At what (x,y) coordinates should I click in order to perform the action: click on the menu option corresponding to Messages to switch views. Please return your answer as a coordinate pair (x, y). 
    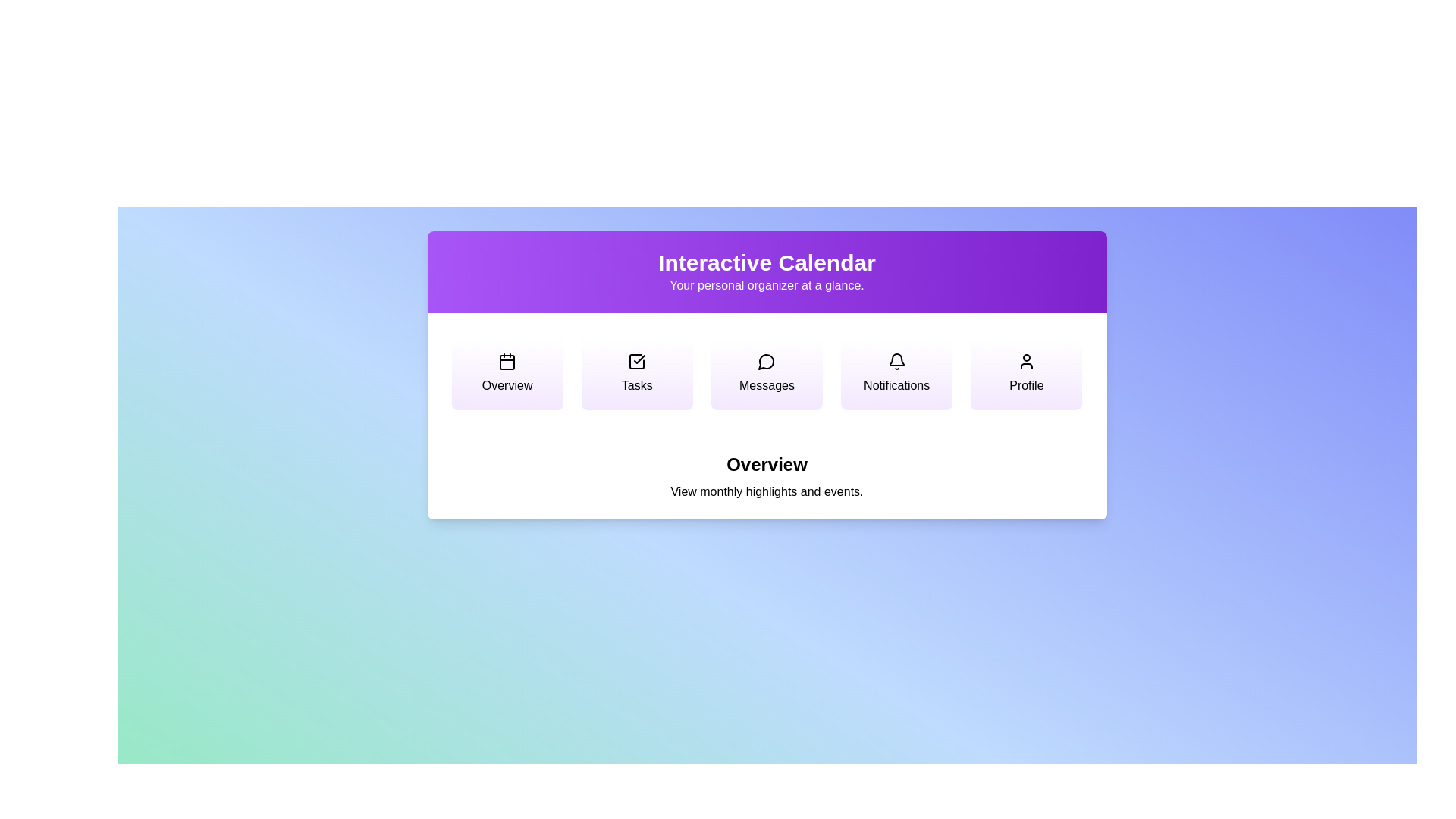
    Looking at the image, I should click on (767, 374).